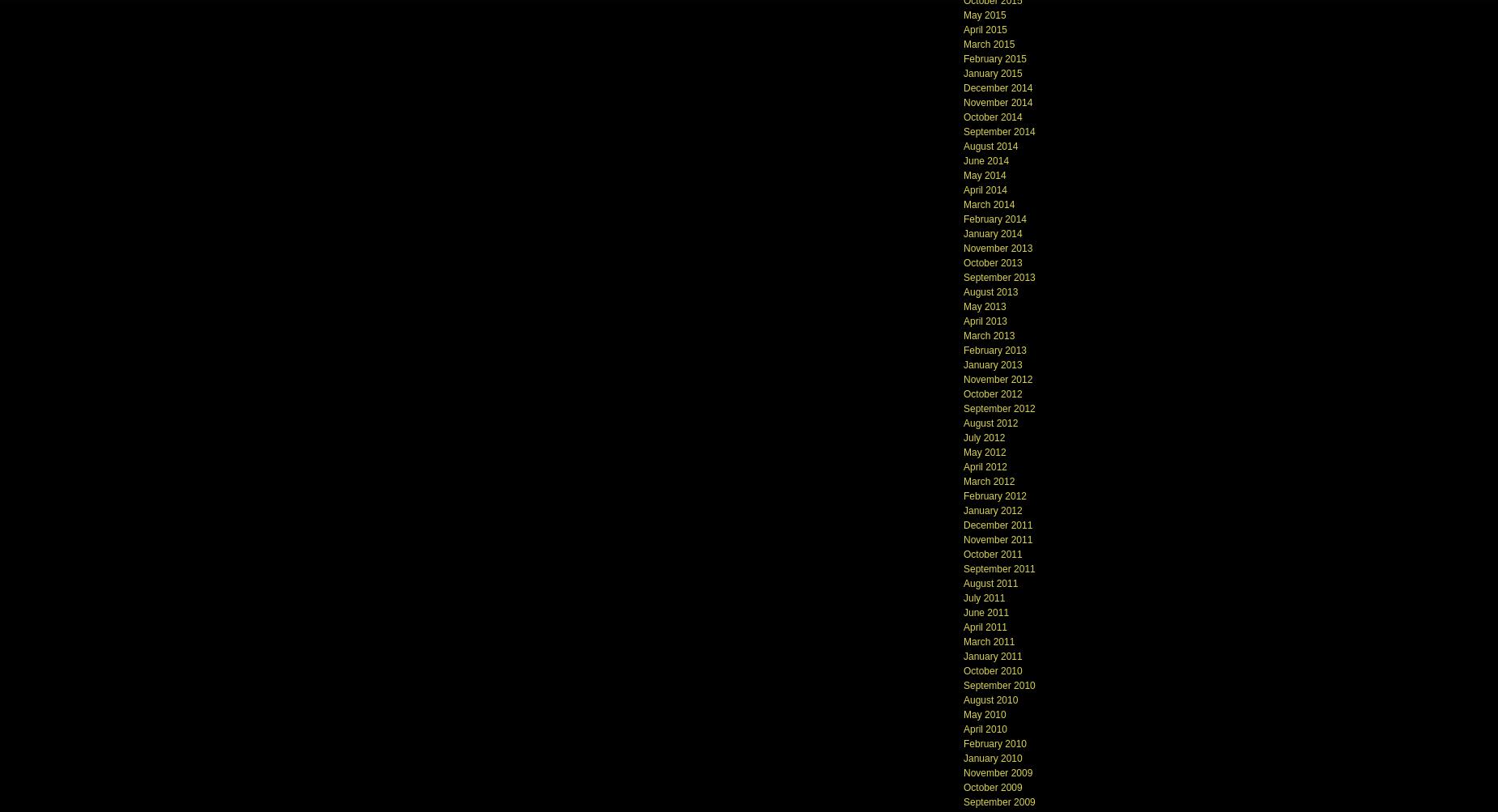  Describe the element at coordinates (991, 786) in the screenshot. I see `'October 2009'` at that location.